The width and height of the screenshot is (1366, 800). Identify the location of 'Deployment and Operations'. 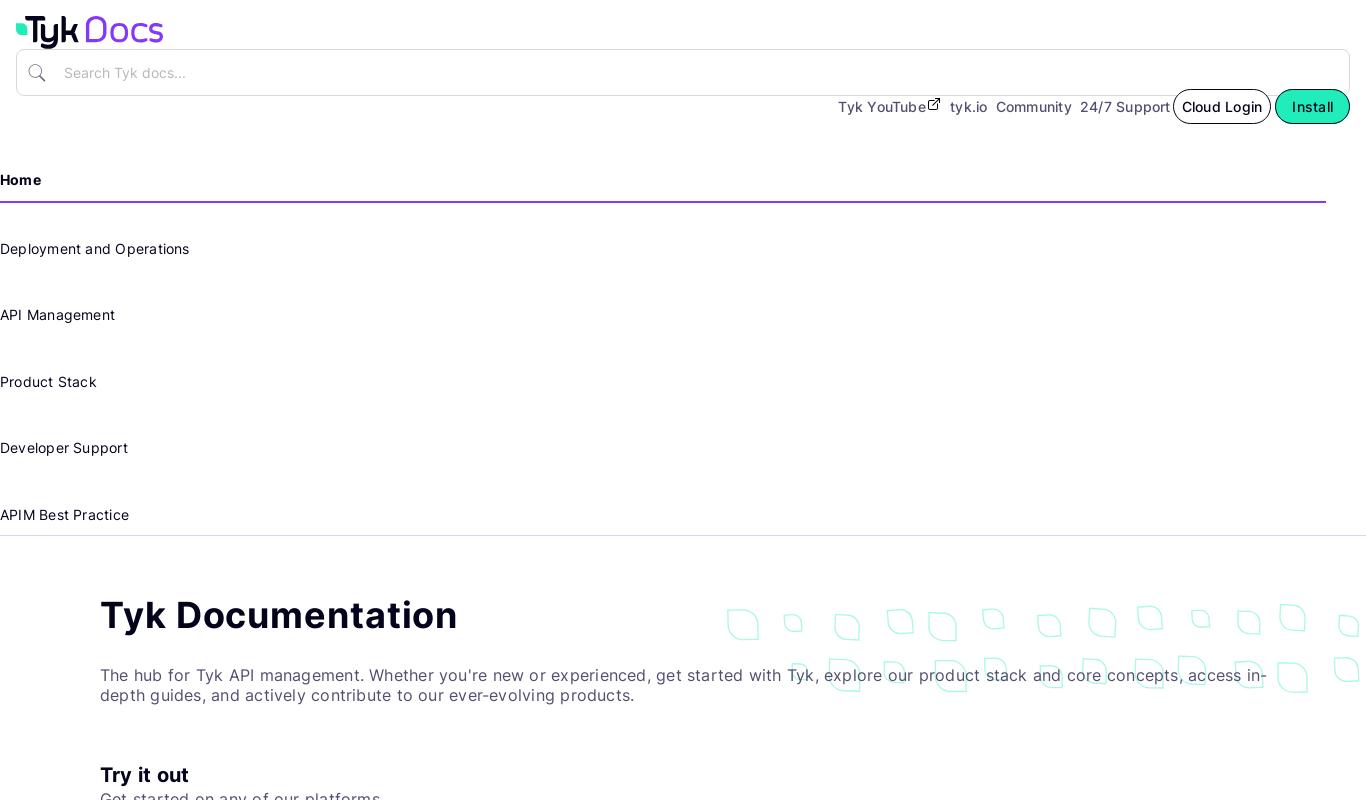
(94, 246).